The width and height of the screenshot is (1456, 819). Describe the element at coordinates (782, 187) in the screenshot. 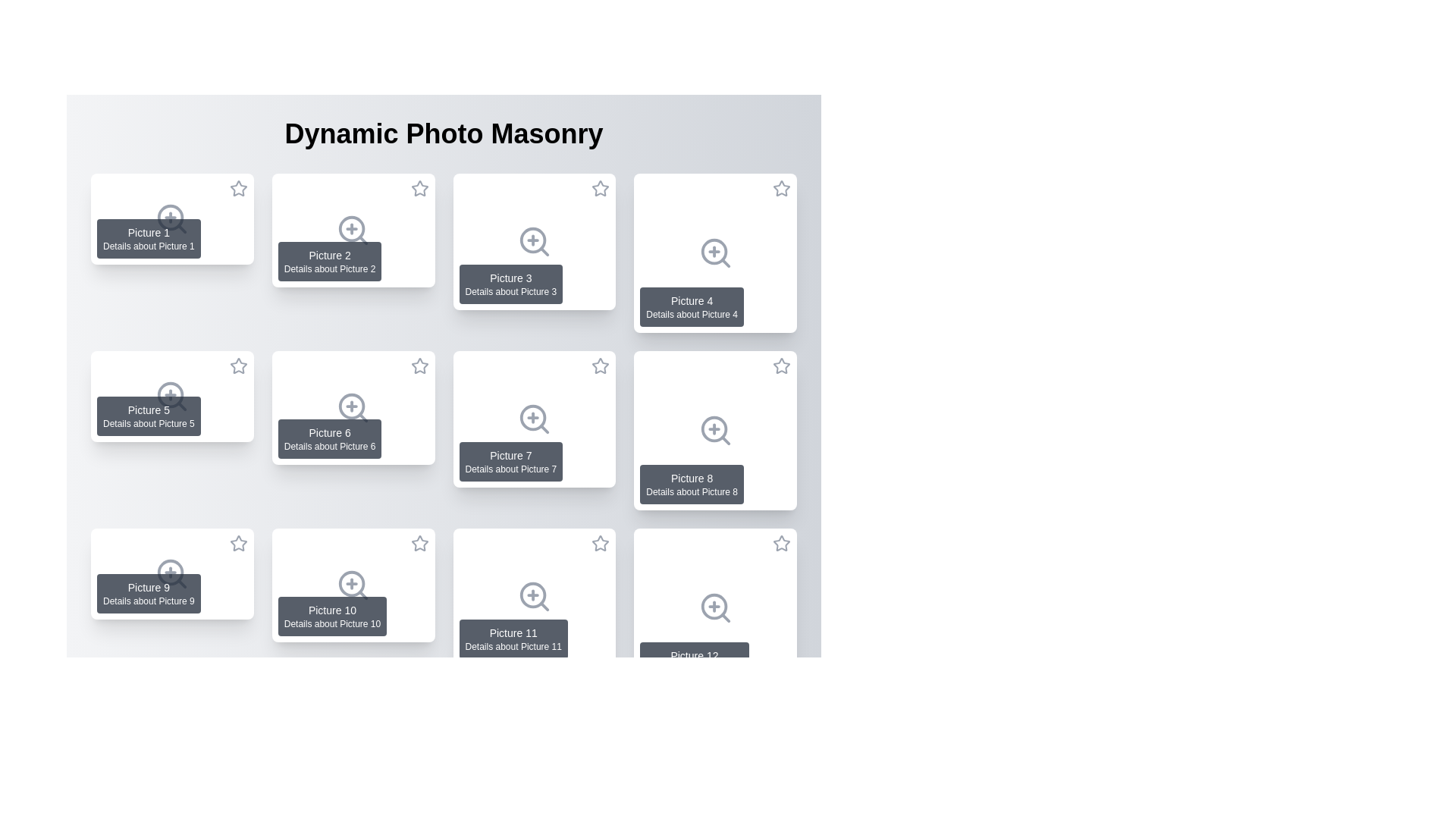

I see `the star icon located in the top-right corner of the card labeled 'Picture 4' within the 'Dynamic Photo Masonry' grid` at that location.